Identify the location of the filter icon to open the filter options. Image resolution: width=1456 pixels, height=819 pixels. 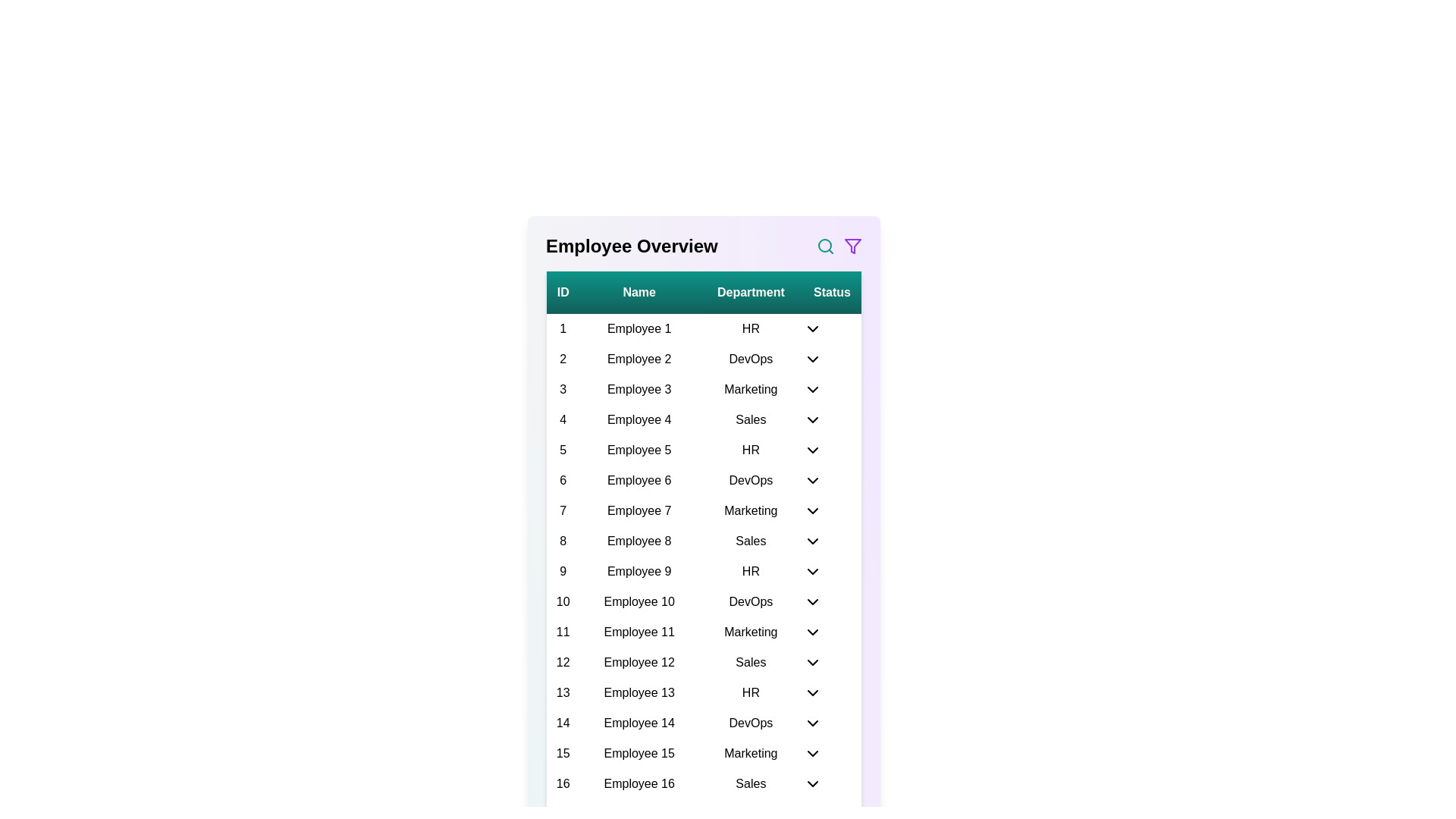
(852, 245).